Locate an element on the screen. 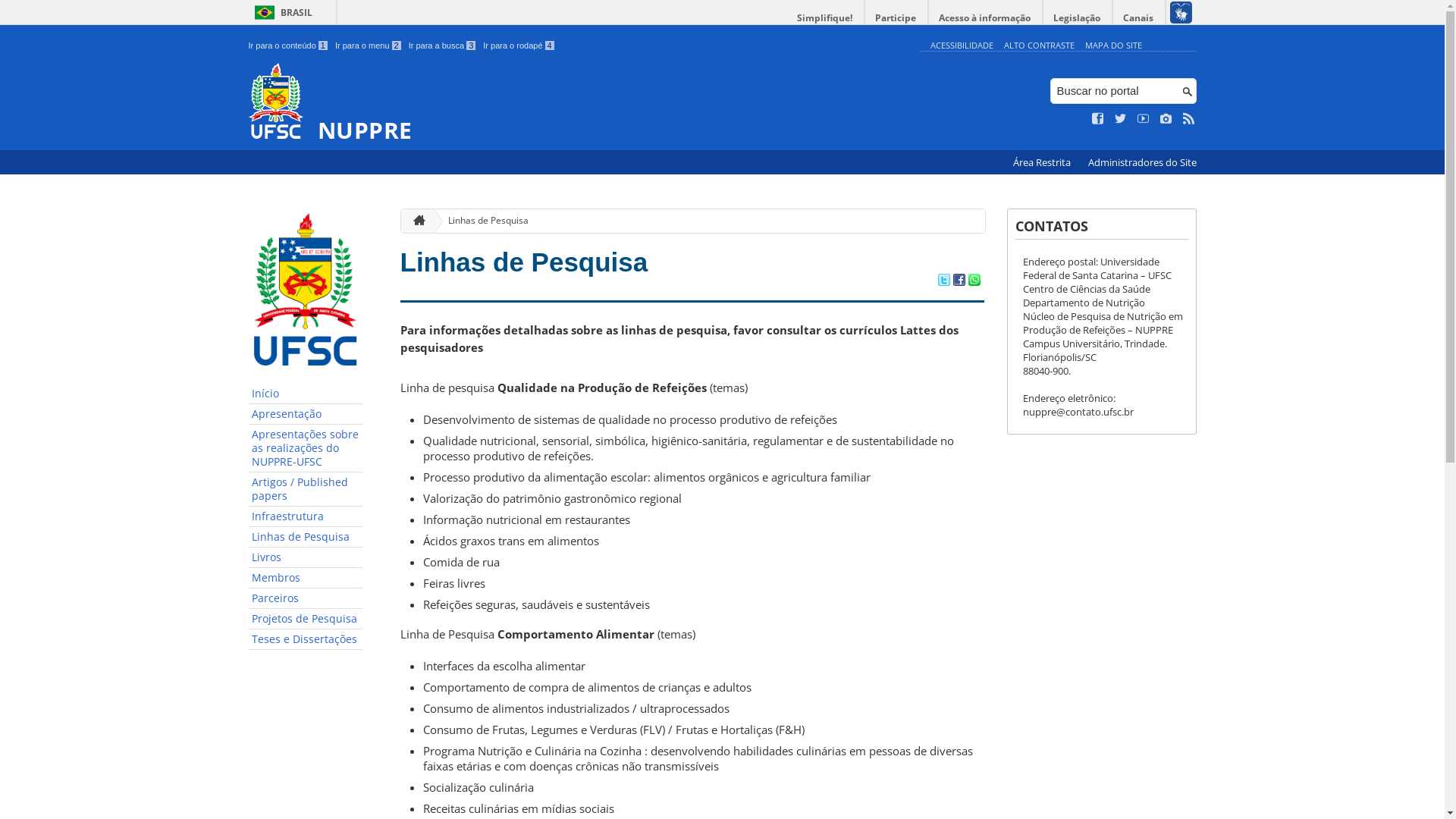 Image resolution: width=1456 pixels, height=819 pixels. 'Canais' is located at coordinates (1139, 17).